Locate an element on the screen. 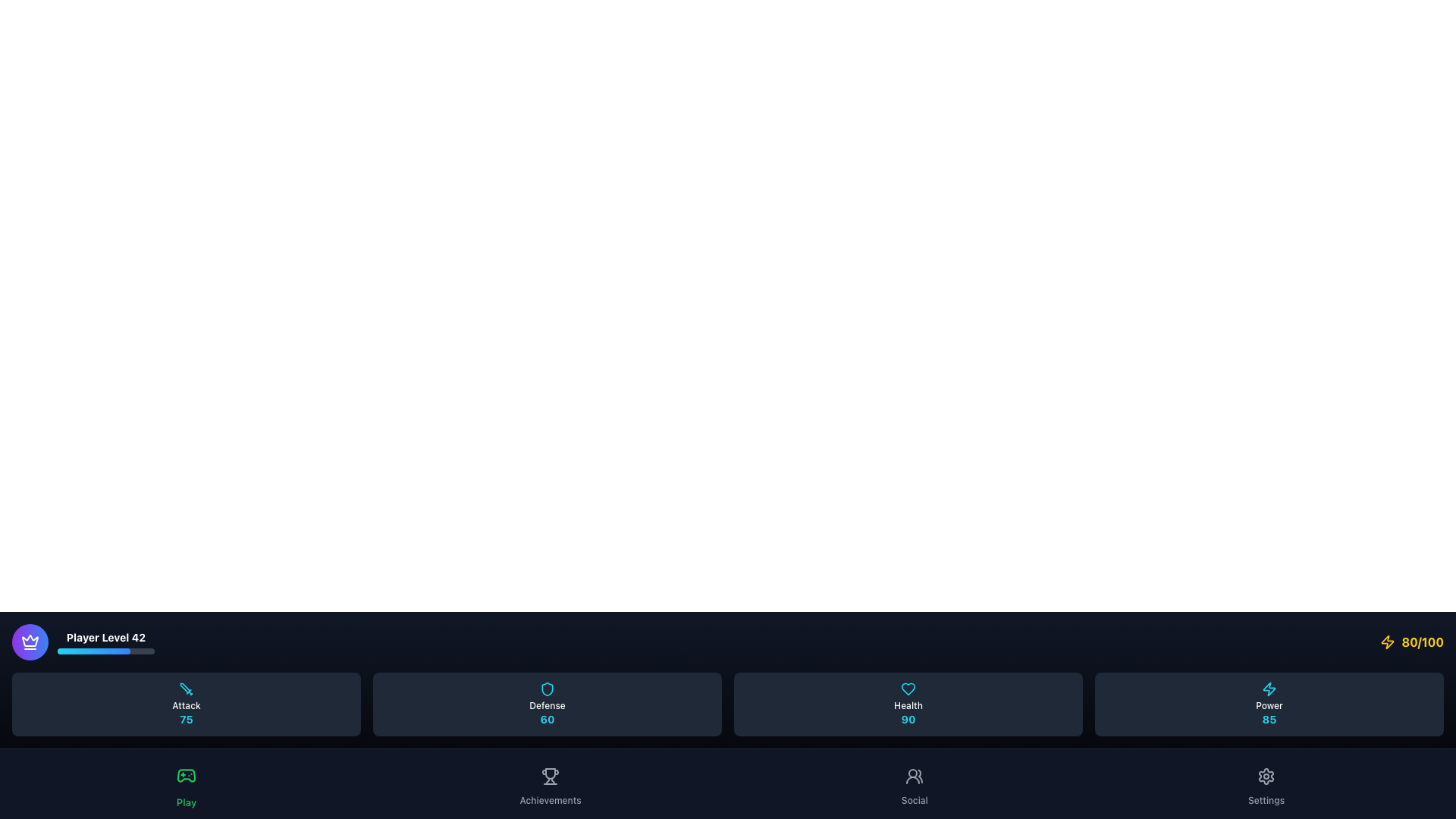  text label located at the rightmost side of the bottom navigation bar, which indicates social features or user interactions is located at coordinates (914, 800).